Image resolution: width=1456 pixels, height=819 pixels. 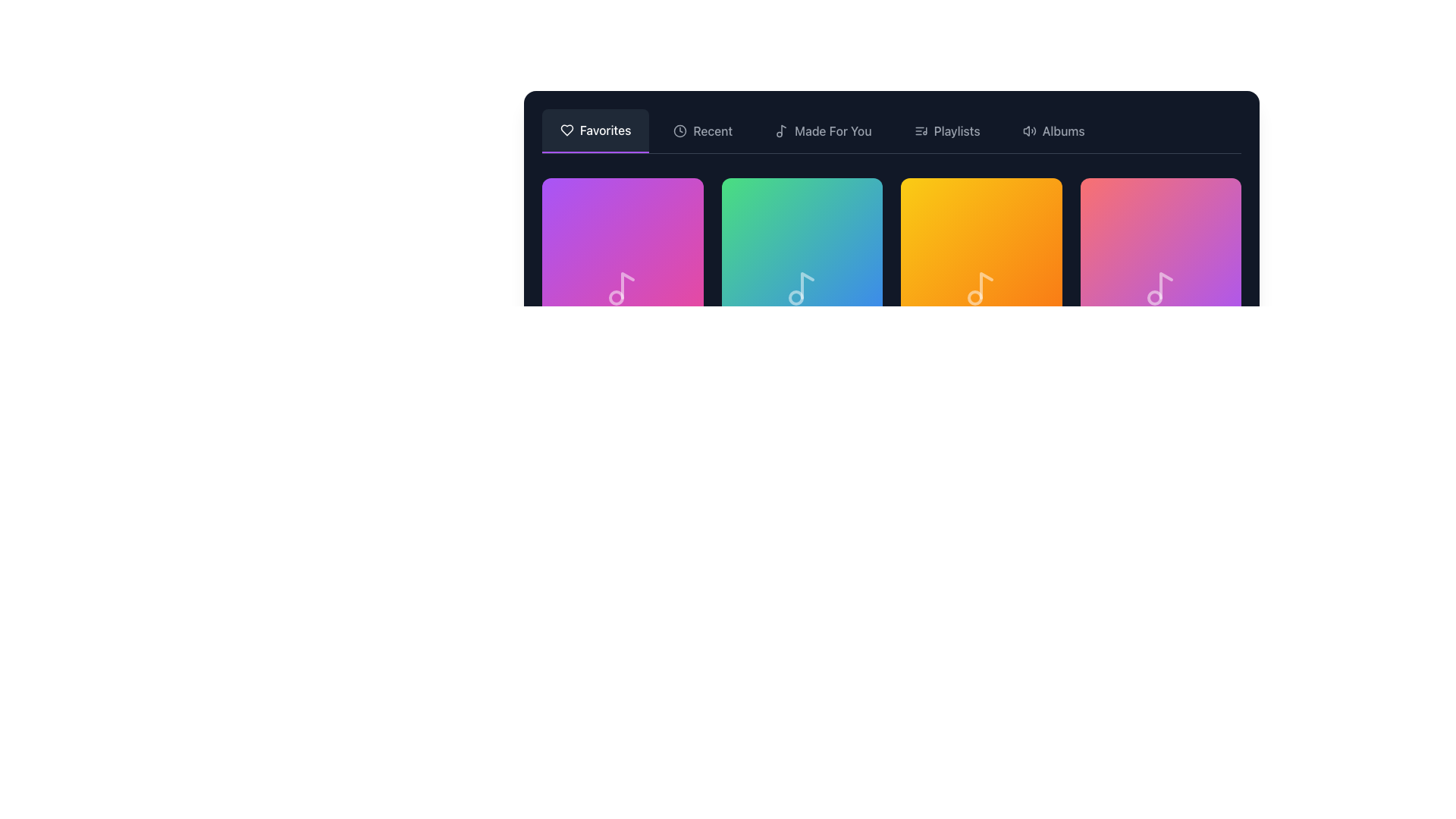 What do you see at coordinates (975, 298) in the screenshot?
I see `the Graphical Element - Circle located in the bottom-left corner of the yellow-orange card, which is the third card from the left in the row of colorful cards, indicating a musical context` at bounding box center [975, 298].